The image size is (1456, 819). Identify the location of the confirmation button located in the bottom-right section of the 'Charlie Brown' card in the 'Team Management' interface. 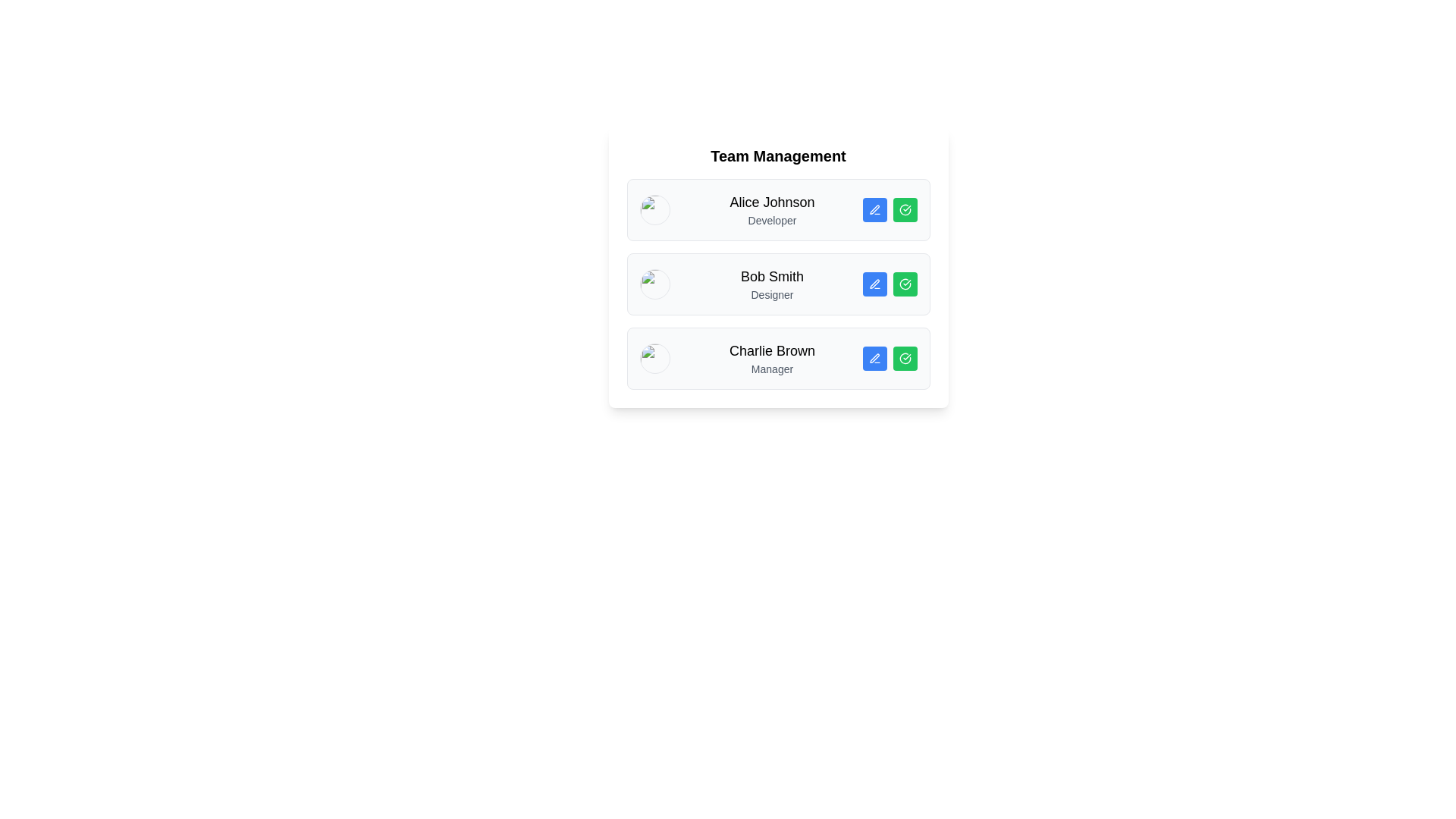
(905, 359).